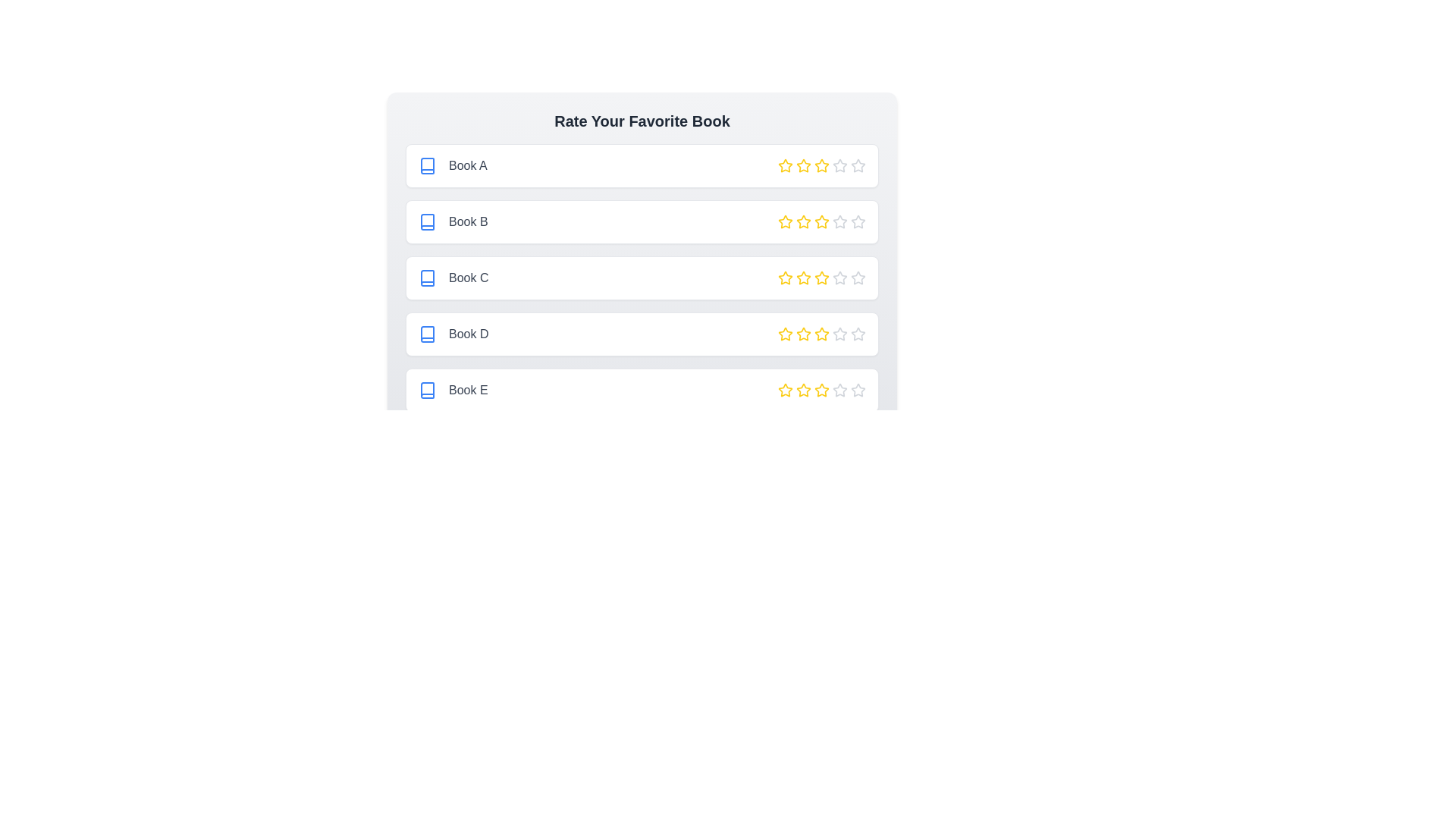  I want to click on the book name Book E to focus or interact with the text, so click(453, 390).